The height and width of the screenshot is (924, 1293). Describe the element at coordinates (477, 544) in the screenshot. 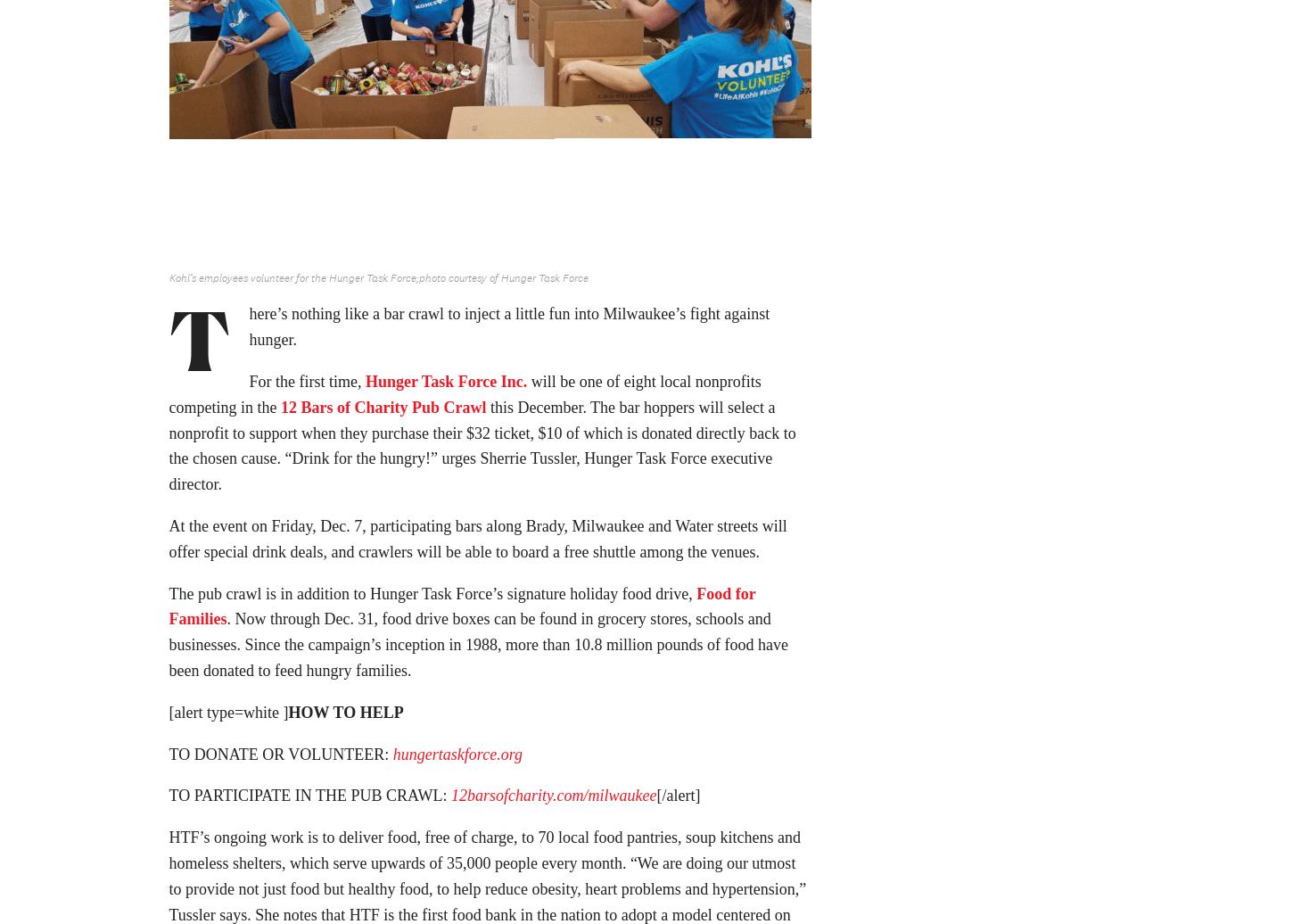

I see `'At the event on Friday, Dec. 7, participating bars along Brady, Milwaukee and Water streets will offer special drink deals, and crawlers will be able to board a free shuttle among the venues.'` at that location.